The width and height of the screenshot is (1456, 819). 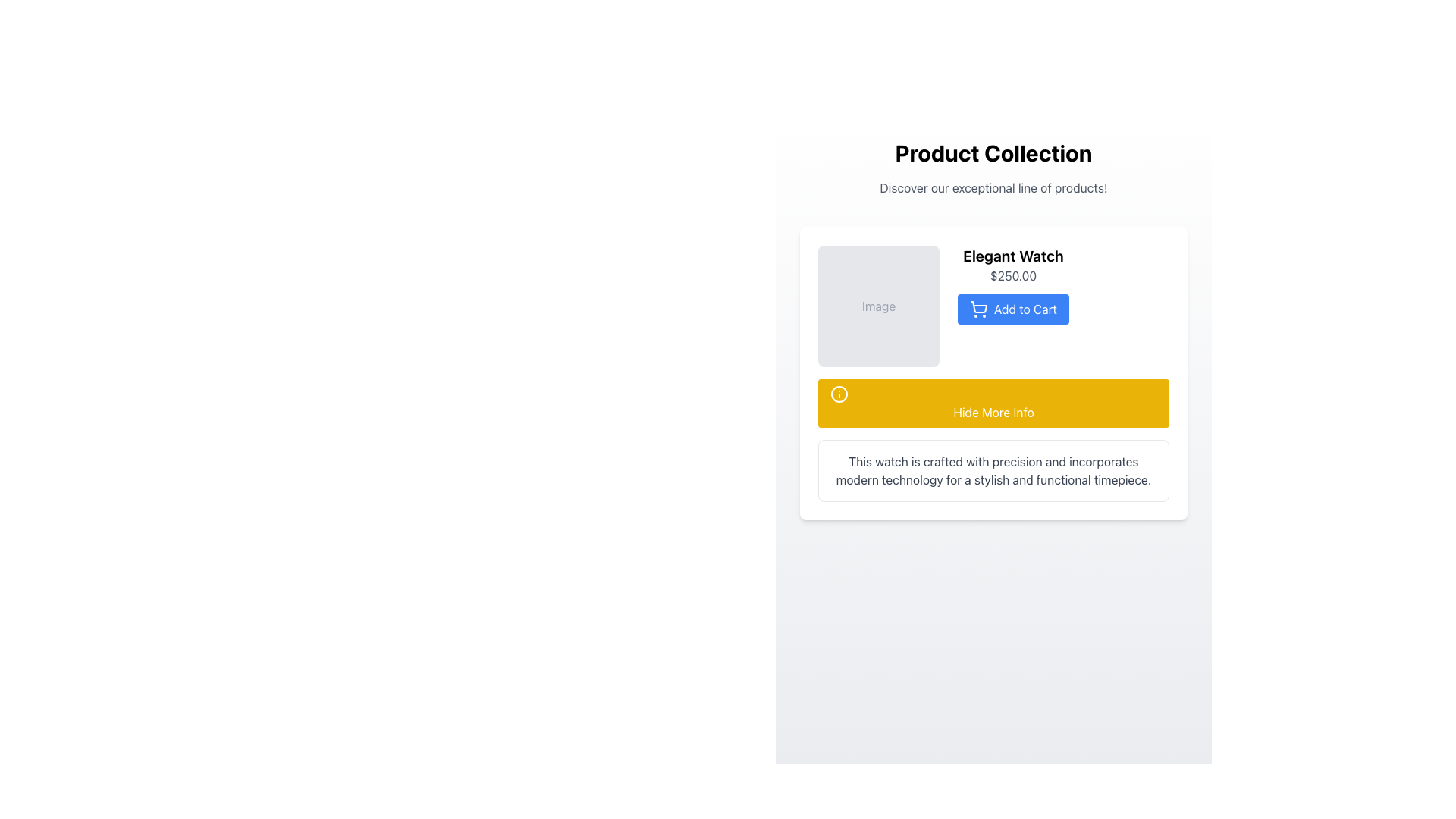 What do you see at coordinates (839, 394) in the screenshot?
I see `the small circular info icon located inside the yellow button labeled 'Hide More Info'` at bounding box center [839, 394].